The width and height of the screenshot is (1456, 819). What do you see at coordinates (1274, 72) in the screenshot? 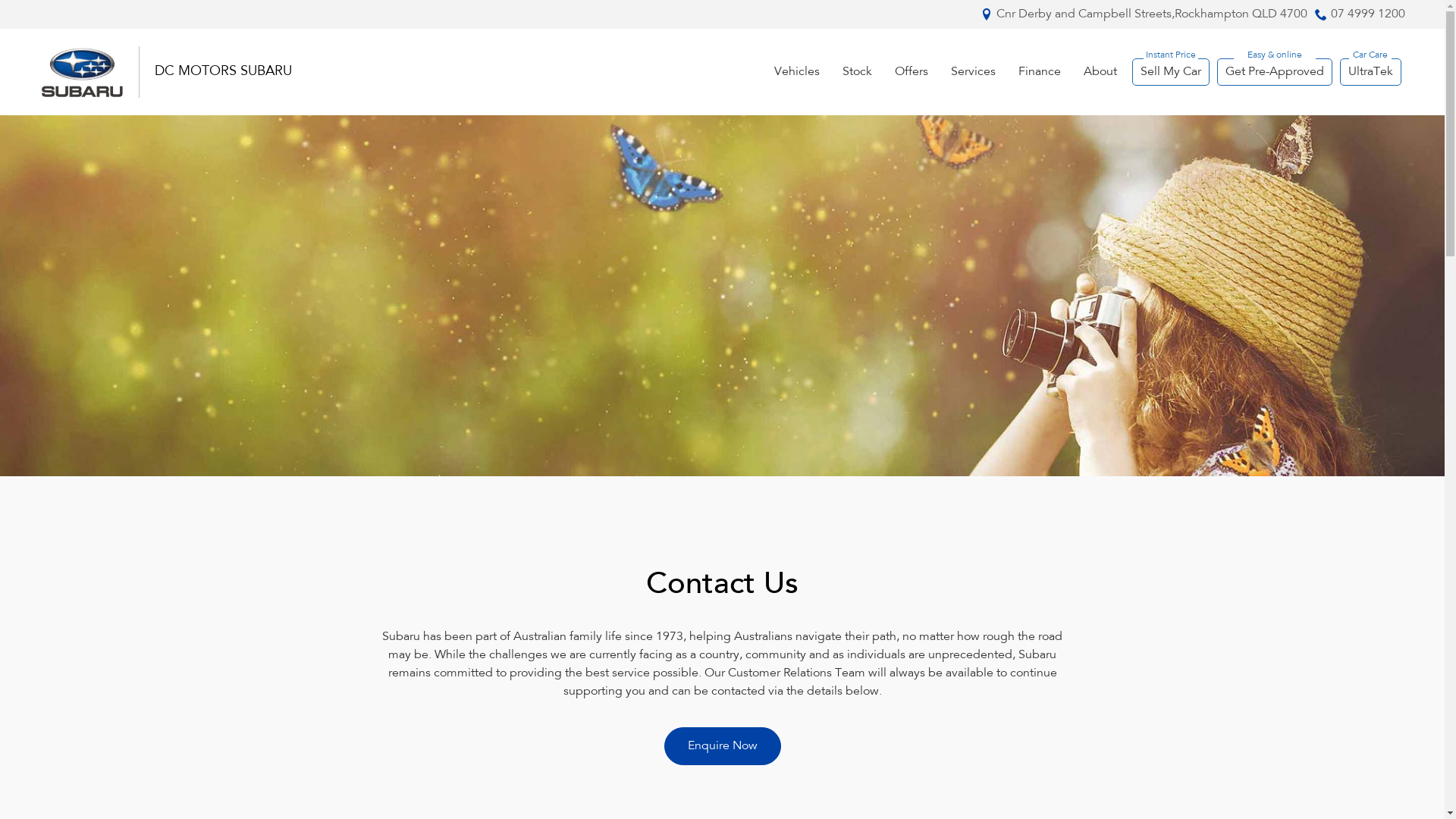
I see `'Get Pre-Approved'` at bounding box center [1274, 72].